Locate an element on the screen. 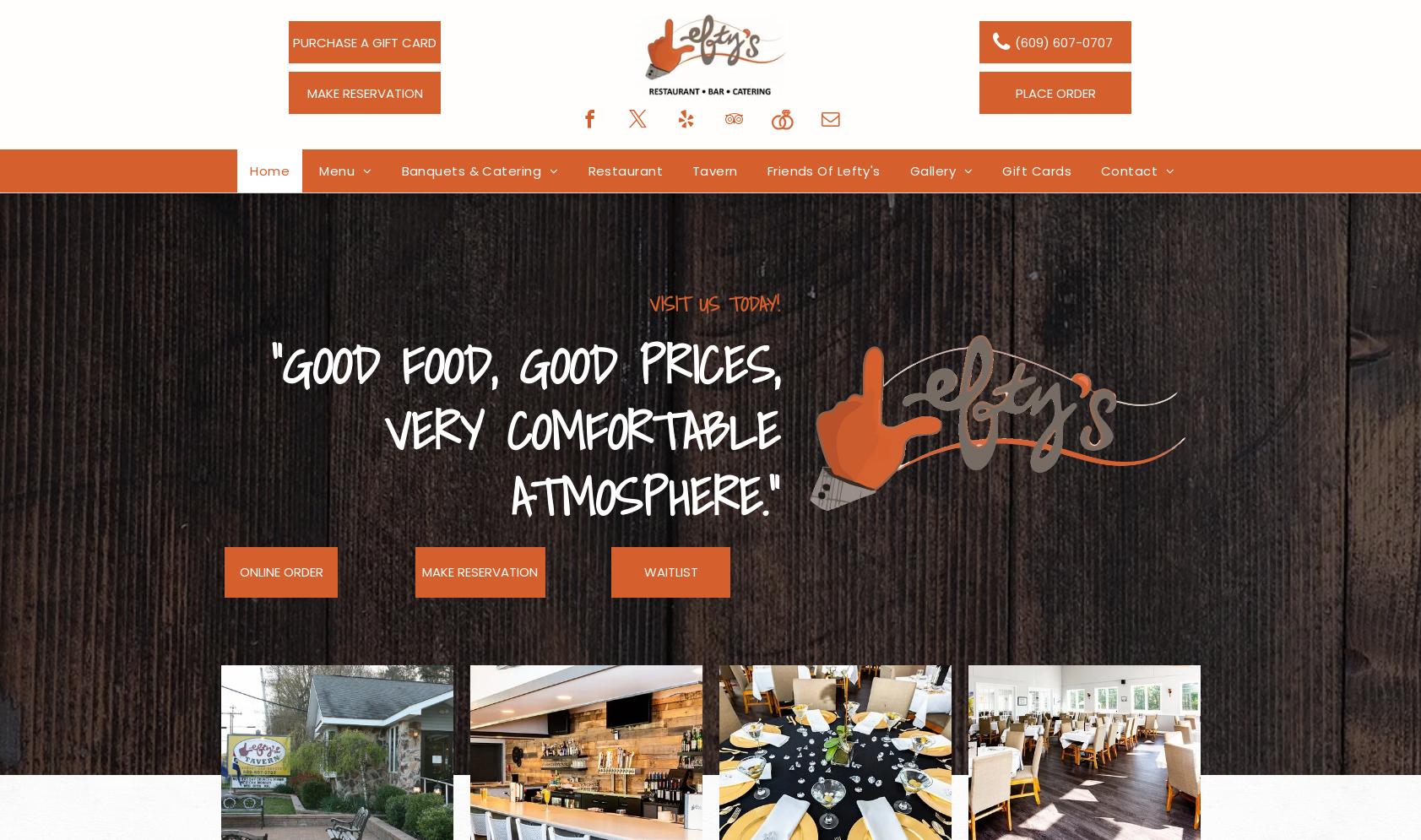 The height and width of the screenshot is (840, 1421). 'Our Regular Menu' is located at coordinates (389, 205).